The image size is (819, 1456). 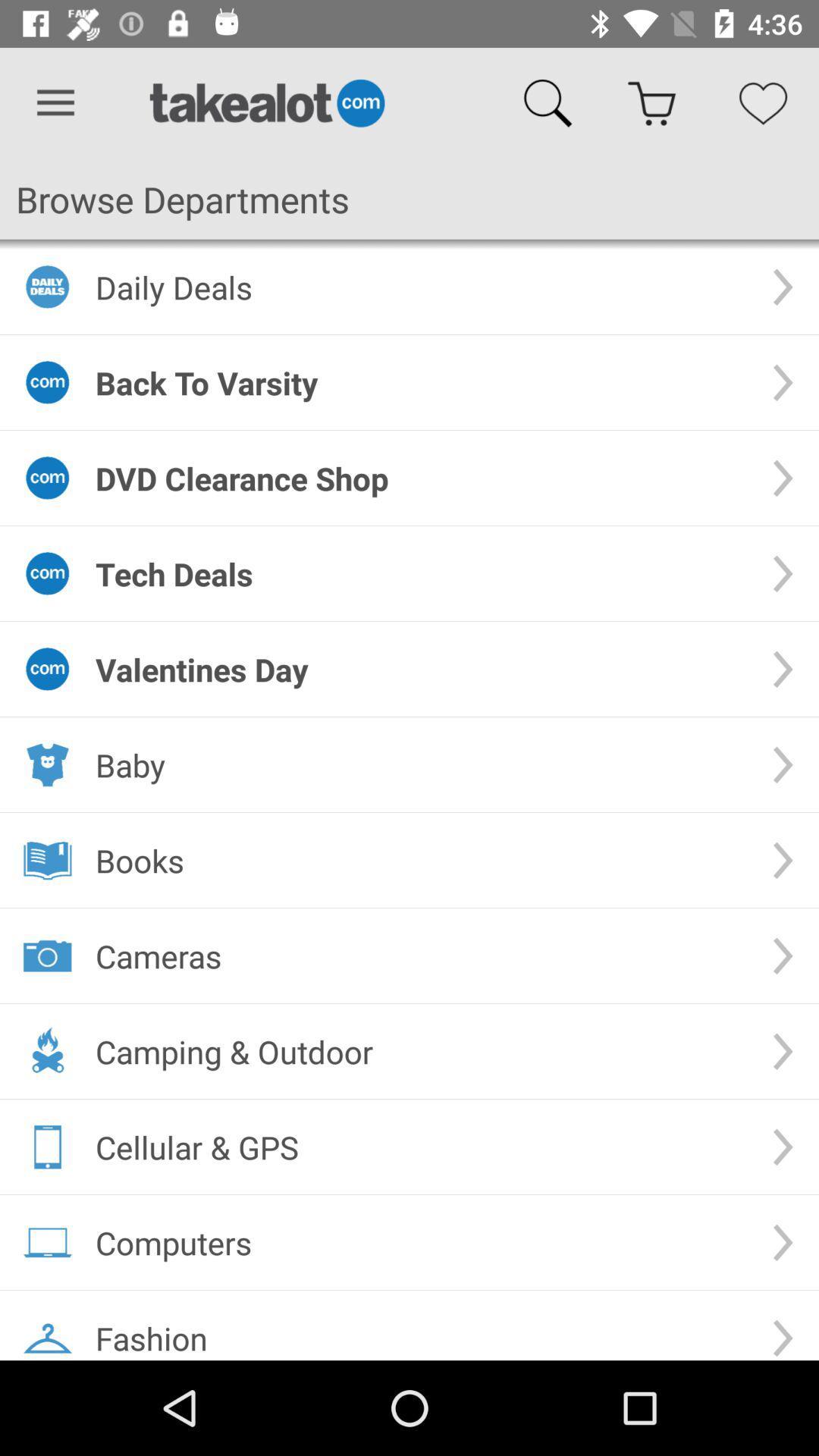 What do you see at coordinates (421, 668) in the screenshot?
I see `the valentines day icon` at bounding box center [421, 668].